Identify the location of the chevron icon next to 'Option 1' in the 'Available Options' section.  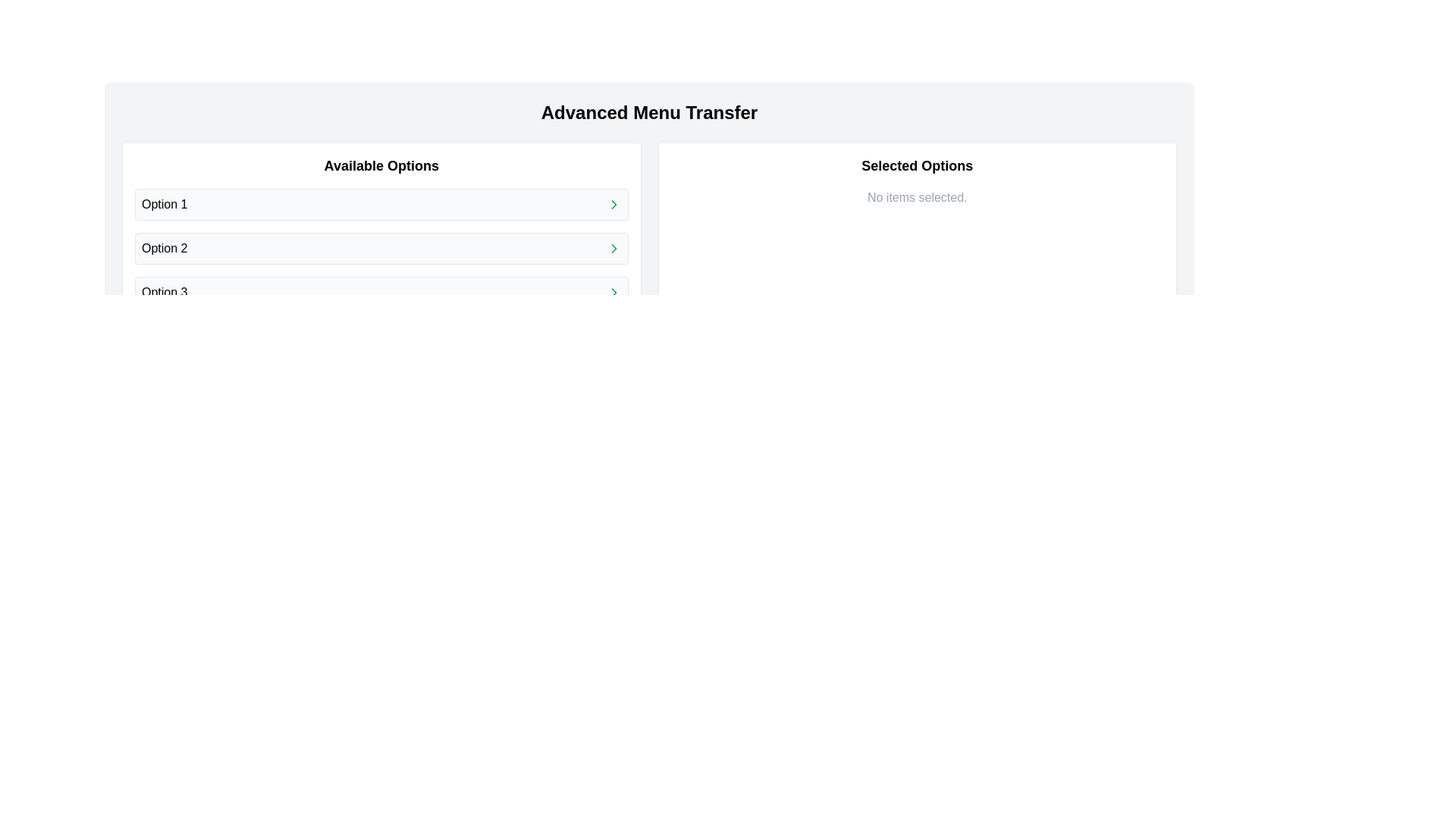
(613, 205).